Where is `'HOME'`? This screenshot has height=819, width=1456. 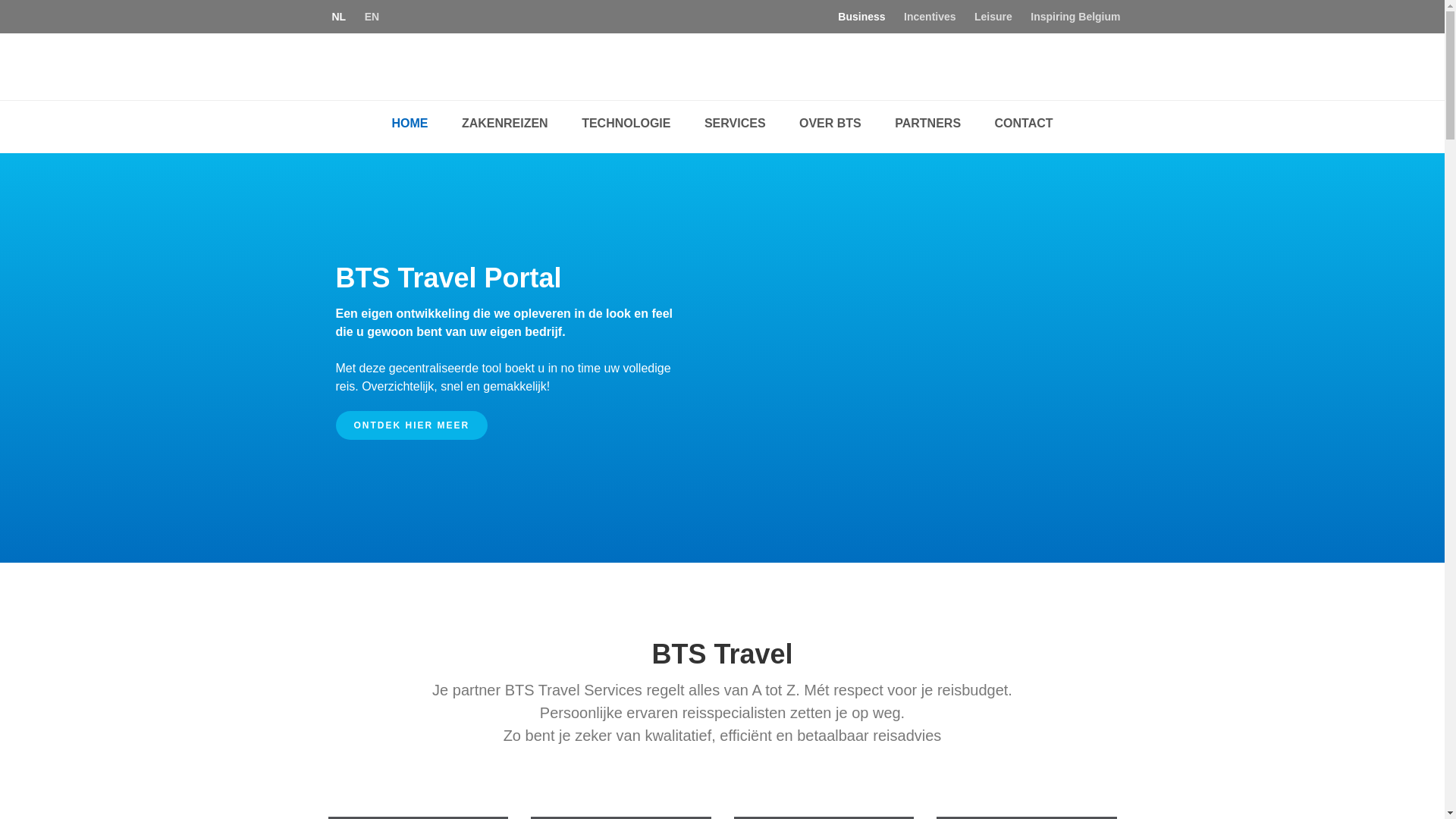
'HOME' is located at coordinates (409, 122).